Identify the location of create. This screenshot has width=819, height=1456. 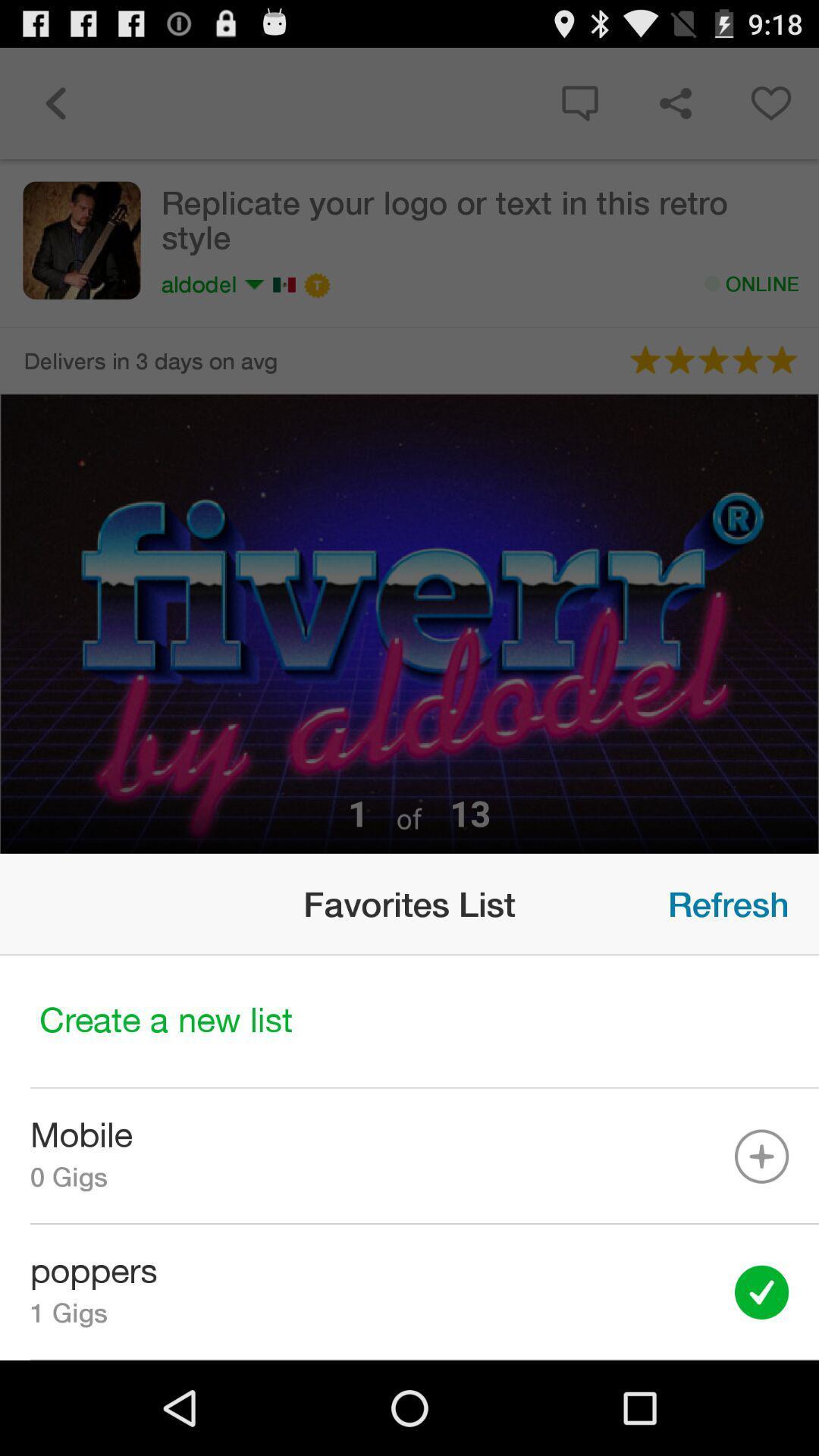
(409, 1021).